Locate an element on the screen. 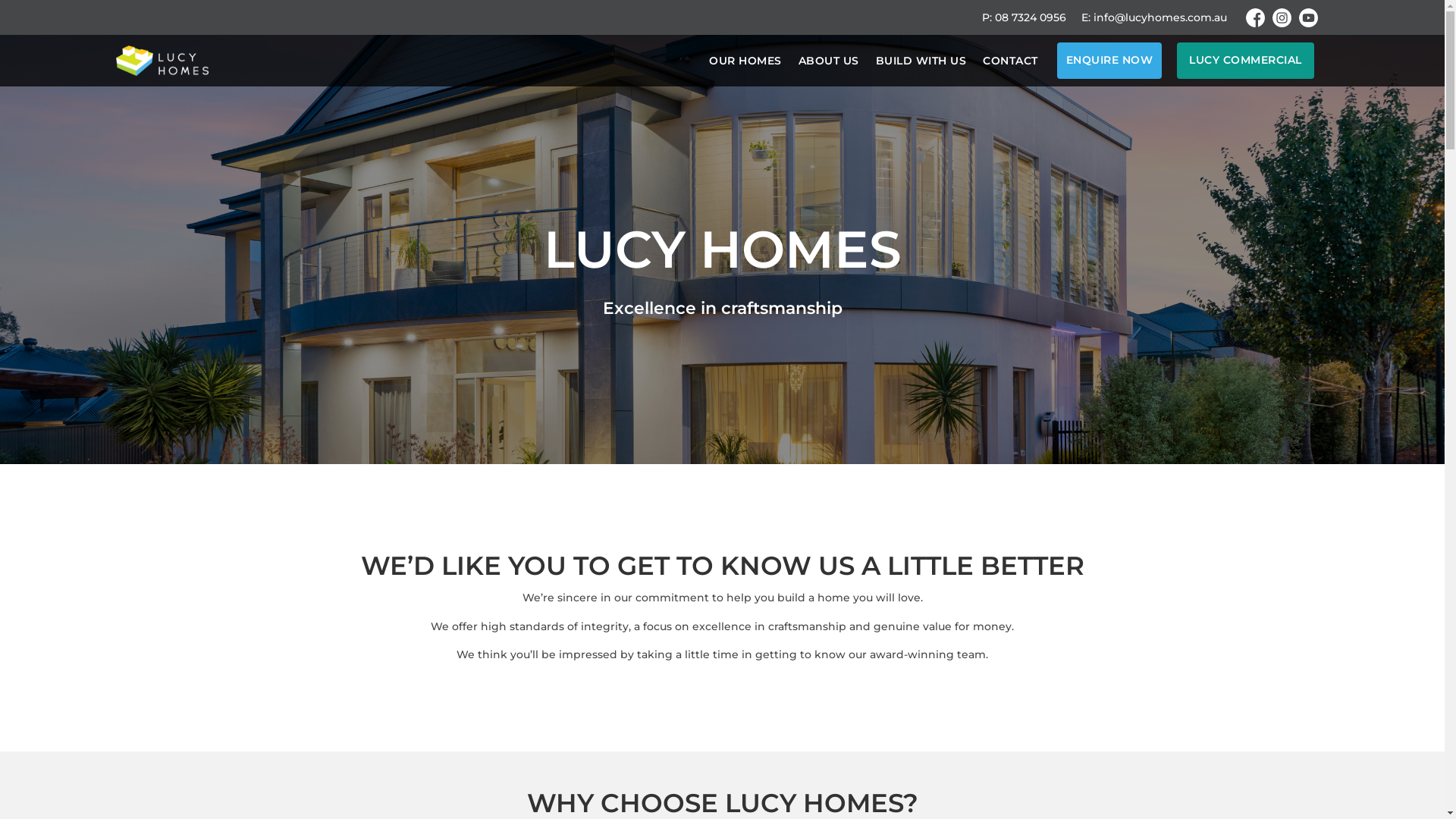 The height and width of the screenshot is (819, 1456). 'OUR HOMES' is located at coordinates (708, 60).